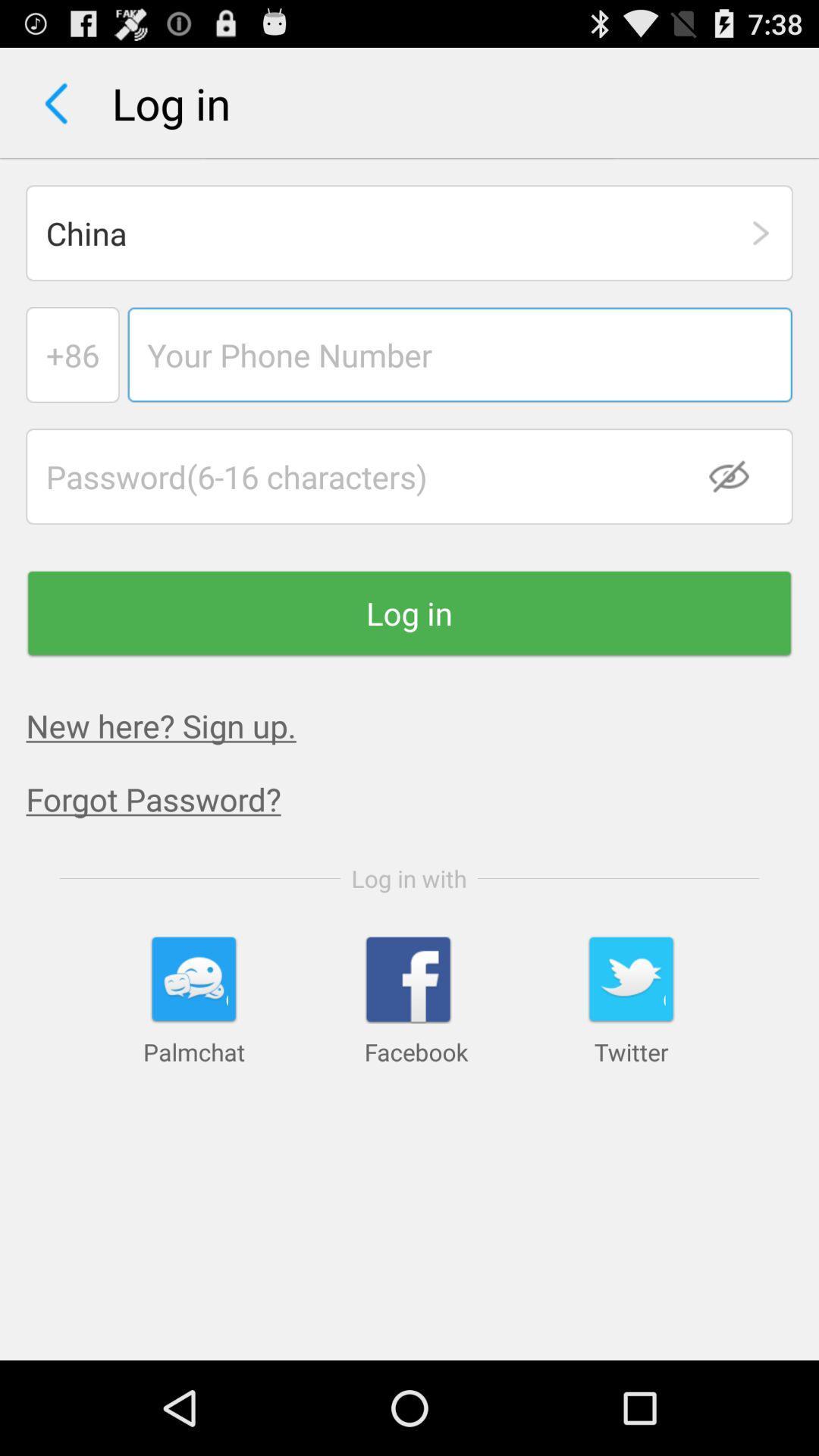  What do you see at coordinates (161, 724) in the screenshot?
I see `the button below the log in icon` at bounding box center [161, 724].